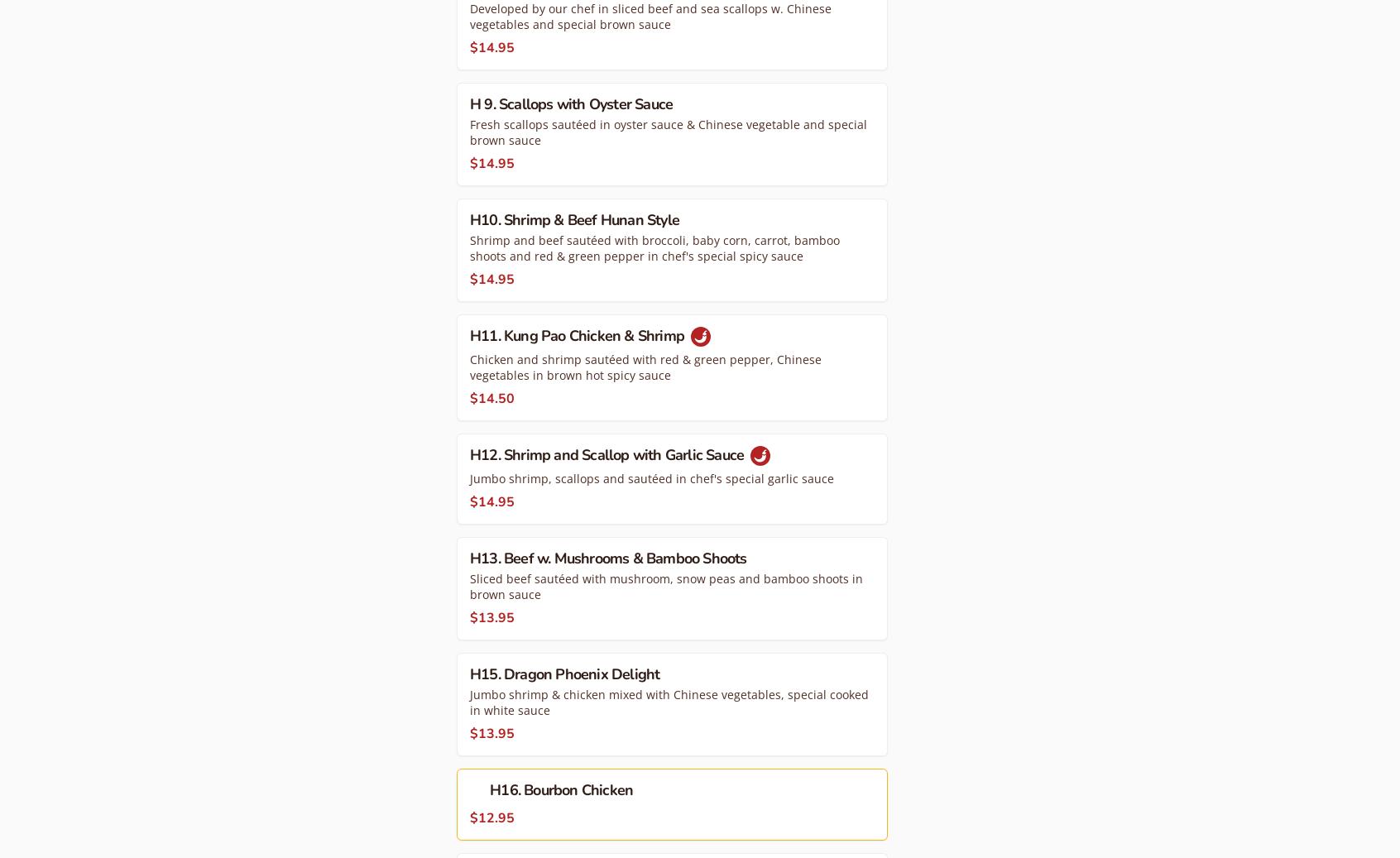 The height and width of the screenshot is (858, 1400). I want to click on 'H11. Kung Pao Chicken & Shrimp', so click(578, 333).